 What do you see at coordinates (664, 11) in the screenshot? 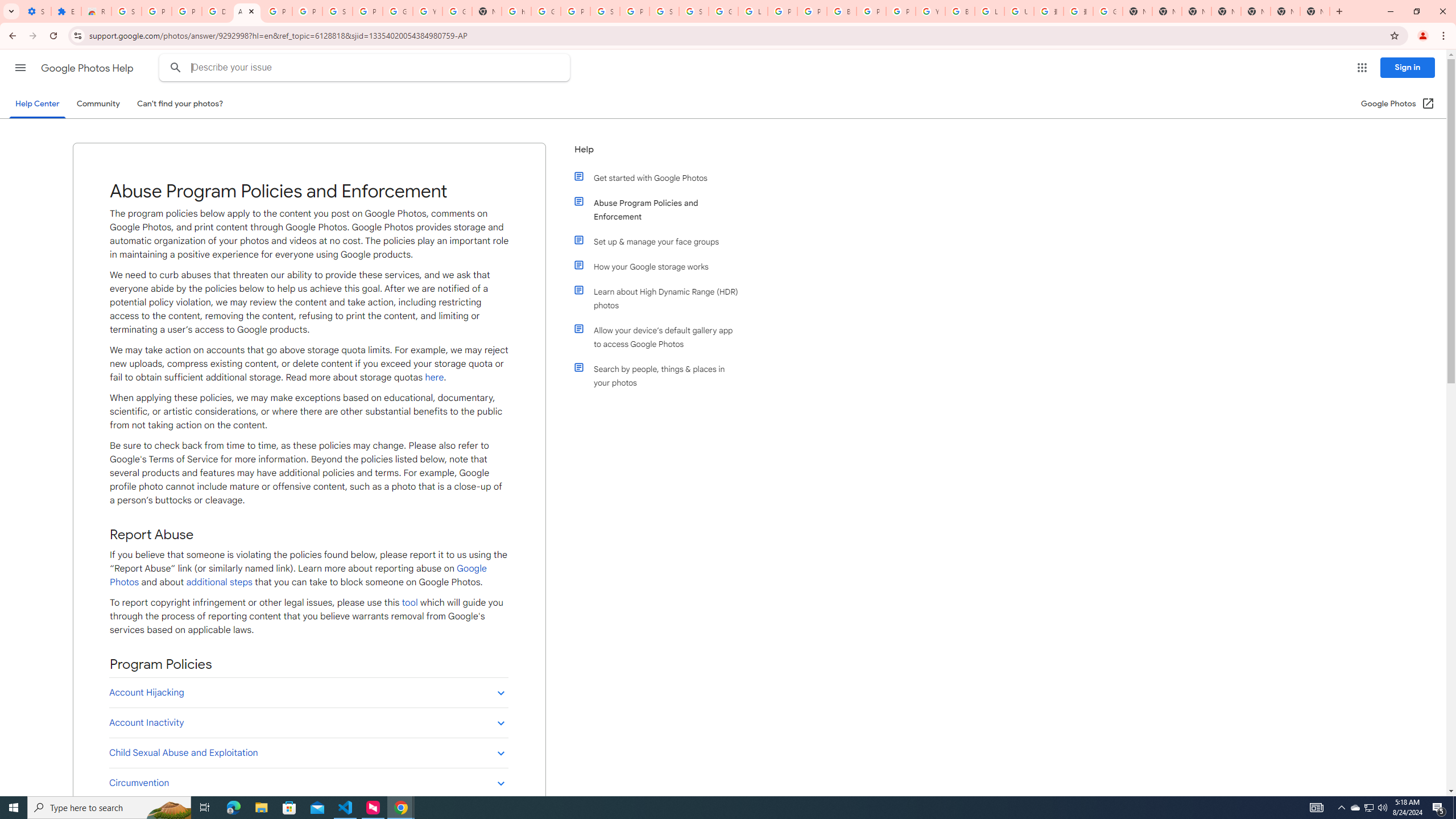
I see `'Sign in - Google Accounts'` at bounding box center [664, 11].